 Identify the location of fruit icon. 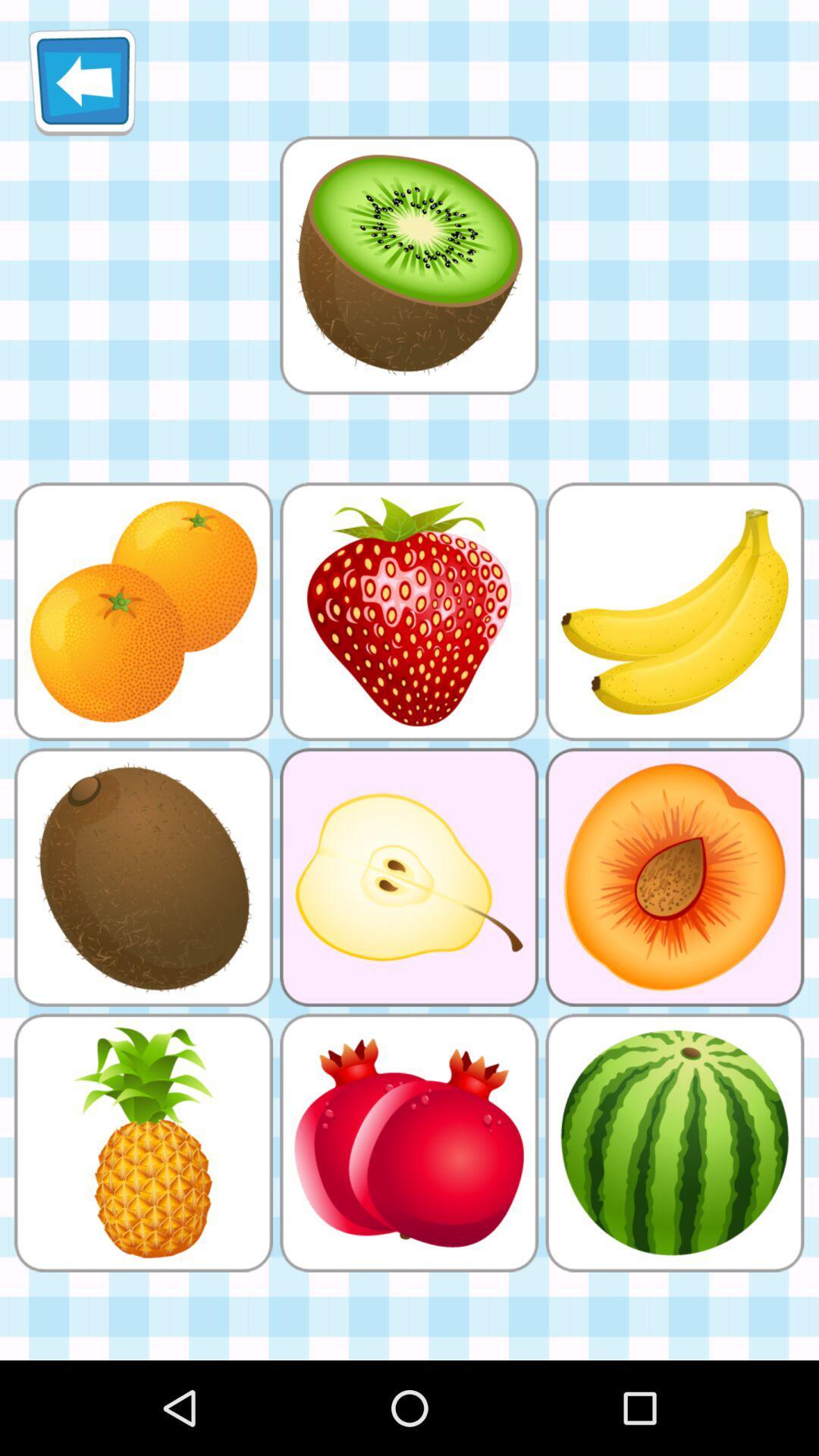
(408, 265).